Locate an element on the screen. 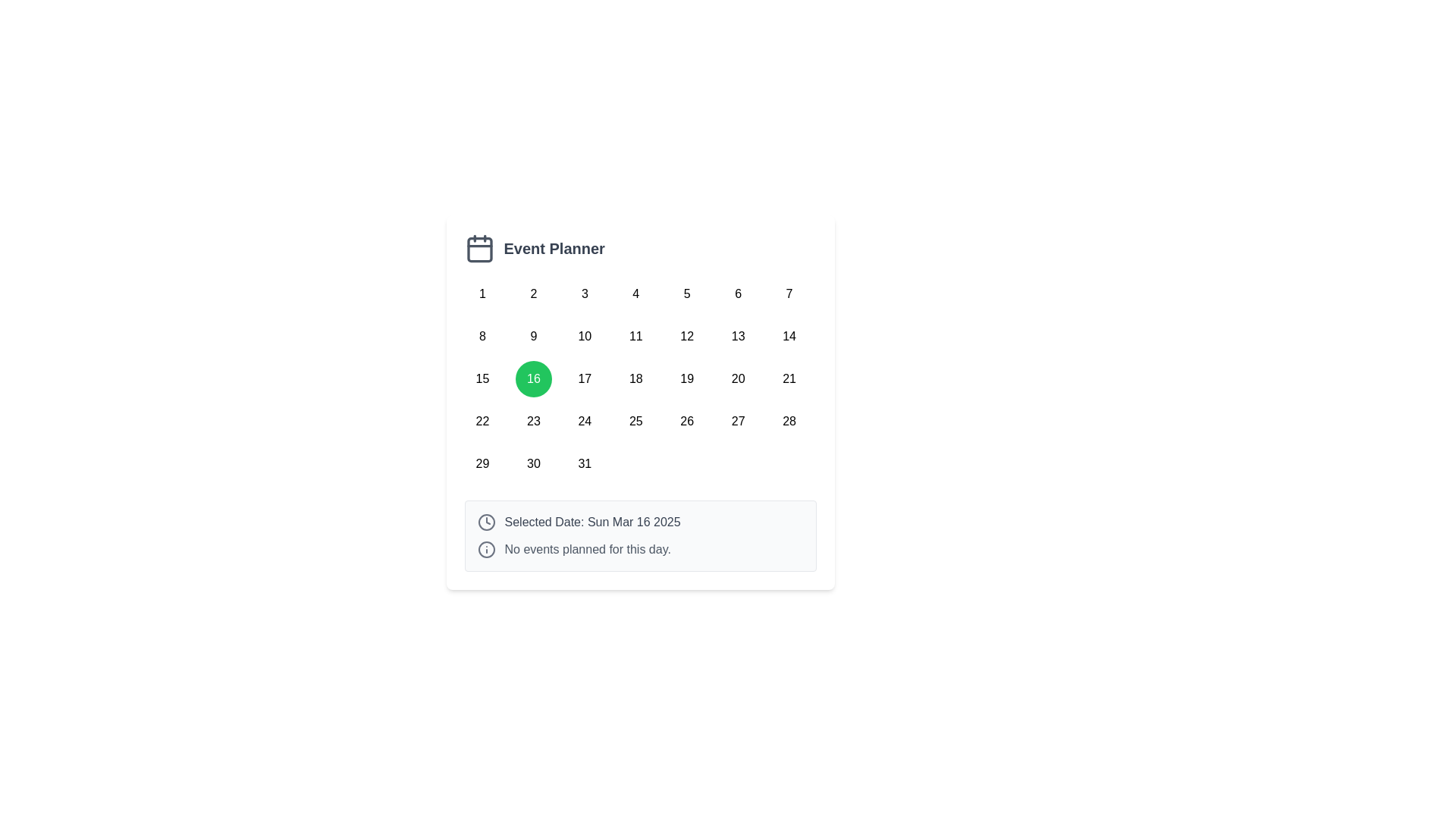 Image resolution: width=1456 pixels, height=819 pixels. the informational icon located to the left of the text 'No events planned for this day.' in the lower part of the calendar interface is located at coordinates (486, 550).